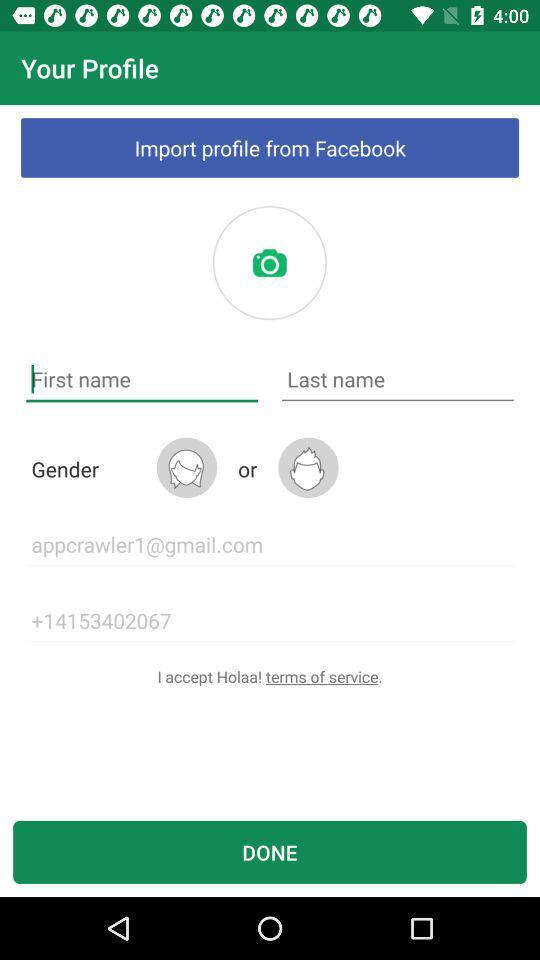 This screenshot has height=960, width=540. Describe the element at coordinates (269, 262) in the screenshot. I see `profile photo` at that location.